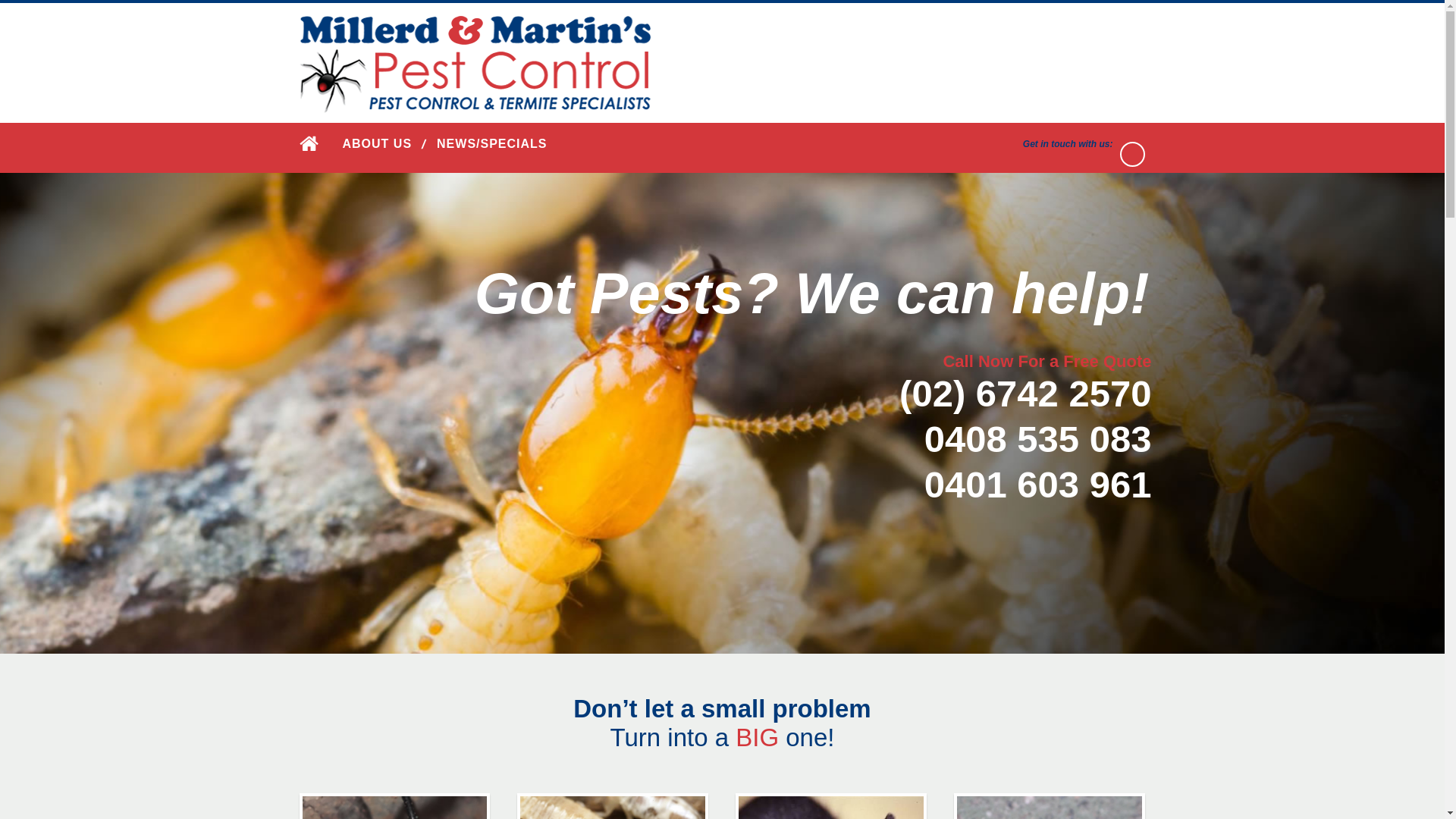  I want to click on 'NEWS/SPECIALS', so click(436, 143).